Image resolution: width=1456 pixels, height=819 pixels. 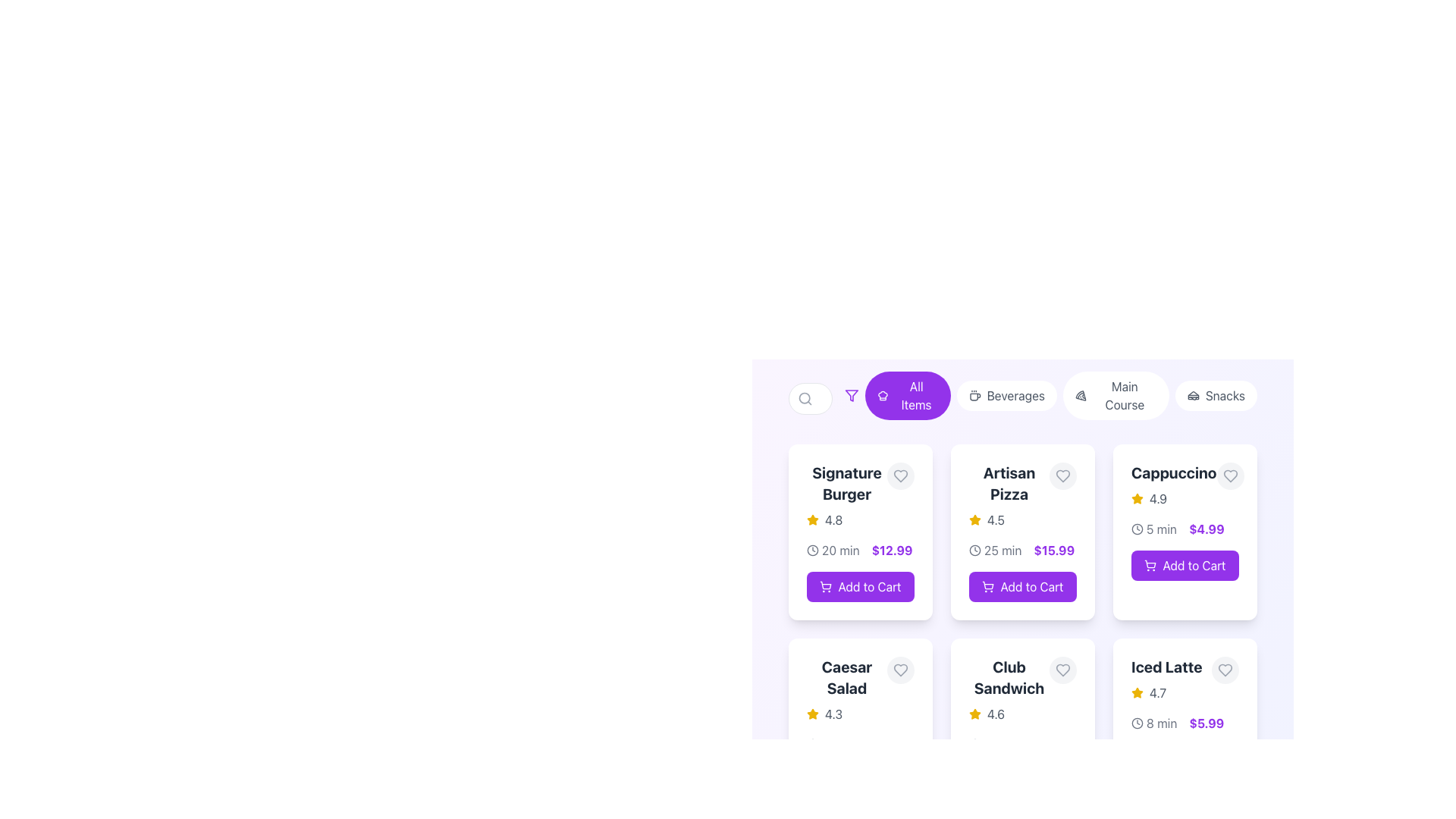 What do you see at coordinates (901, 475) in the screenshot?
I see `the heart-shaped icon in the top-right corner of the 'Signature Burger' card to observe any visual feedback` at bounding box center [901, 475].